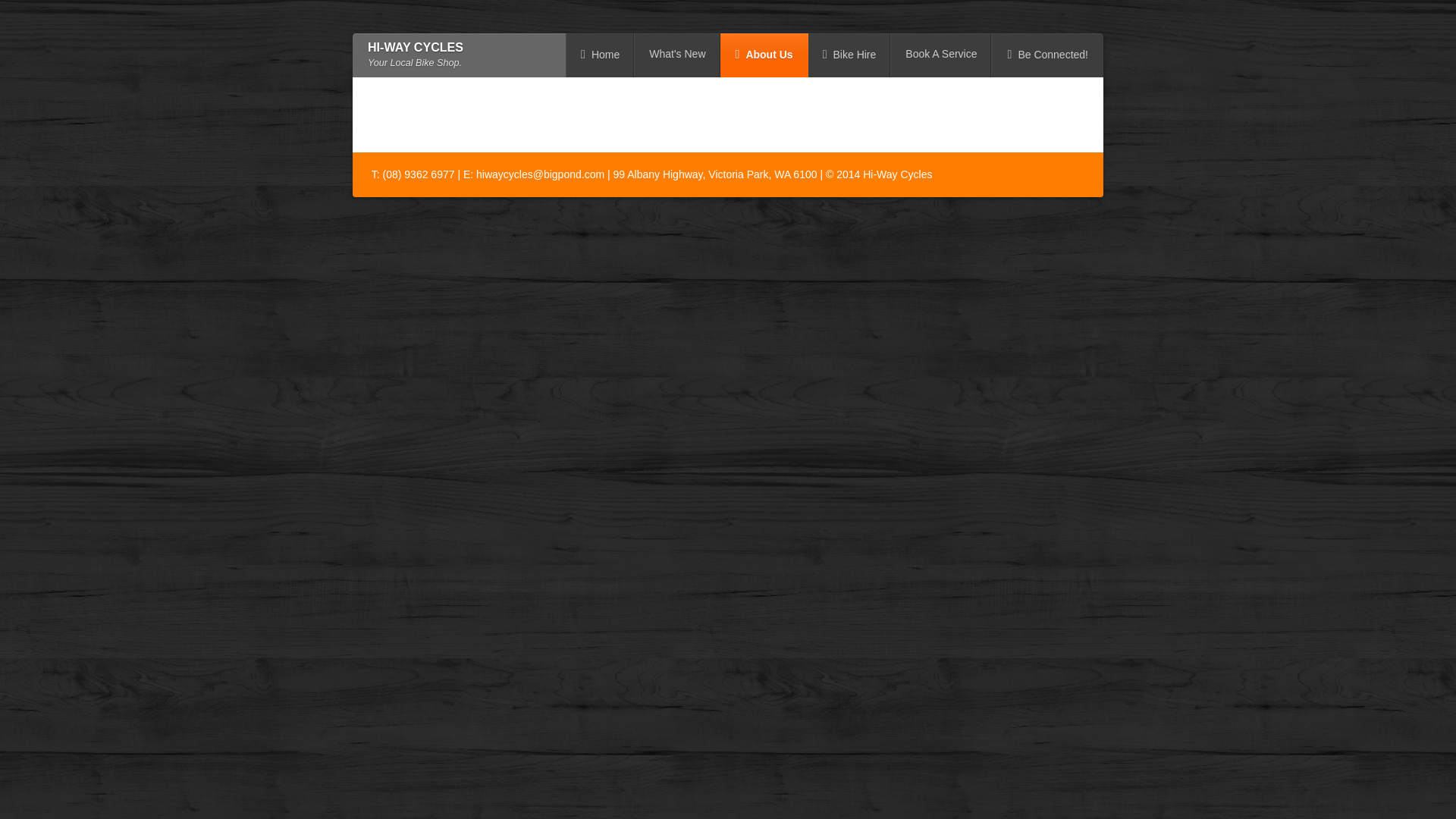  I want to click on 'What's New', so click(633, 55).